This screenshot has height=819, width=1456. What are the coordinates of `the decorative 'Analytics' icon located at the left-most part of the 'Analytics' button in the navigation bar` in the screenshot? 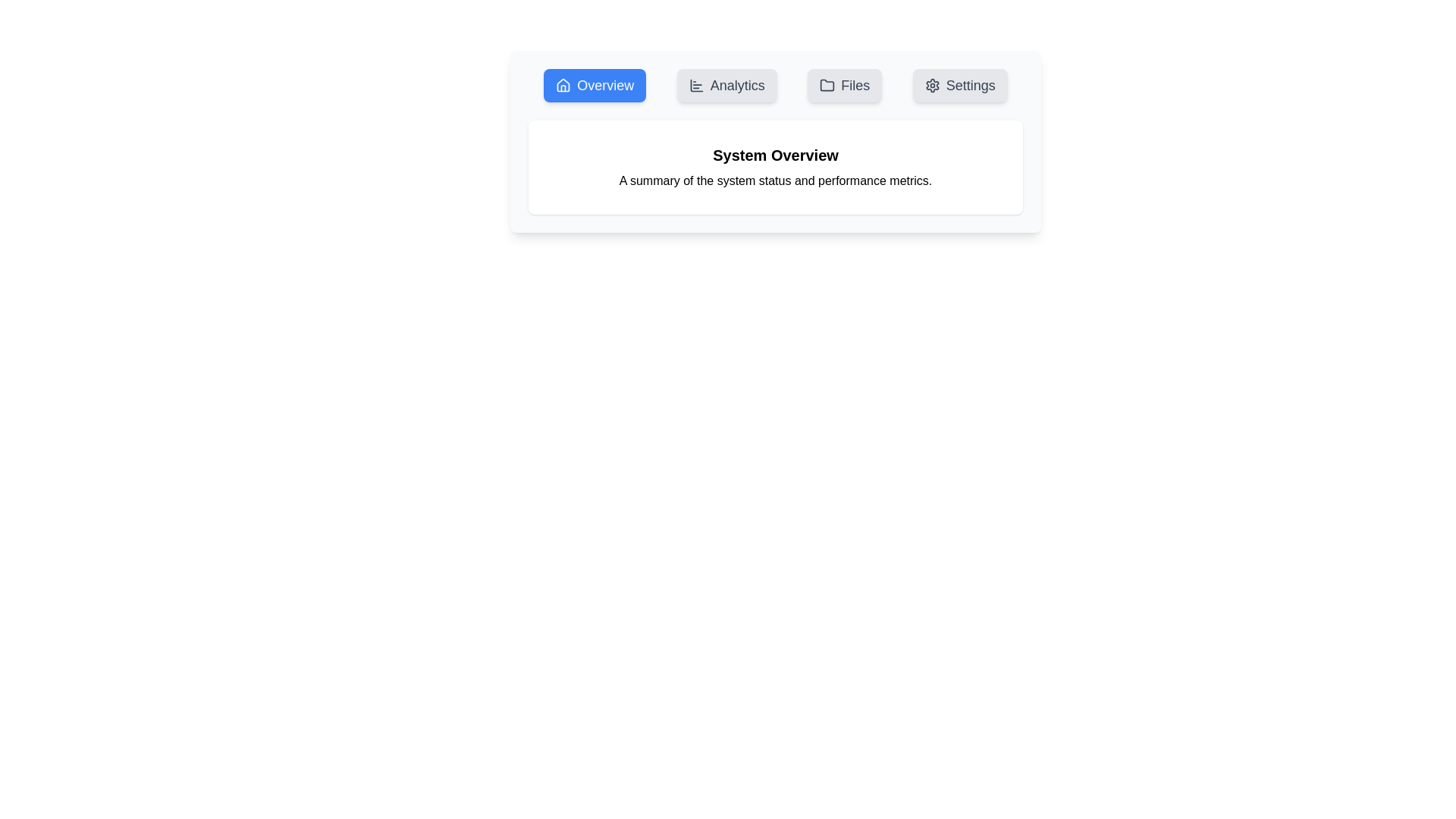 It's located at (695, 85).